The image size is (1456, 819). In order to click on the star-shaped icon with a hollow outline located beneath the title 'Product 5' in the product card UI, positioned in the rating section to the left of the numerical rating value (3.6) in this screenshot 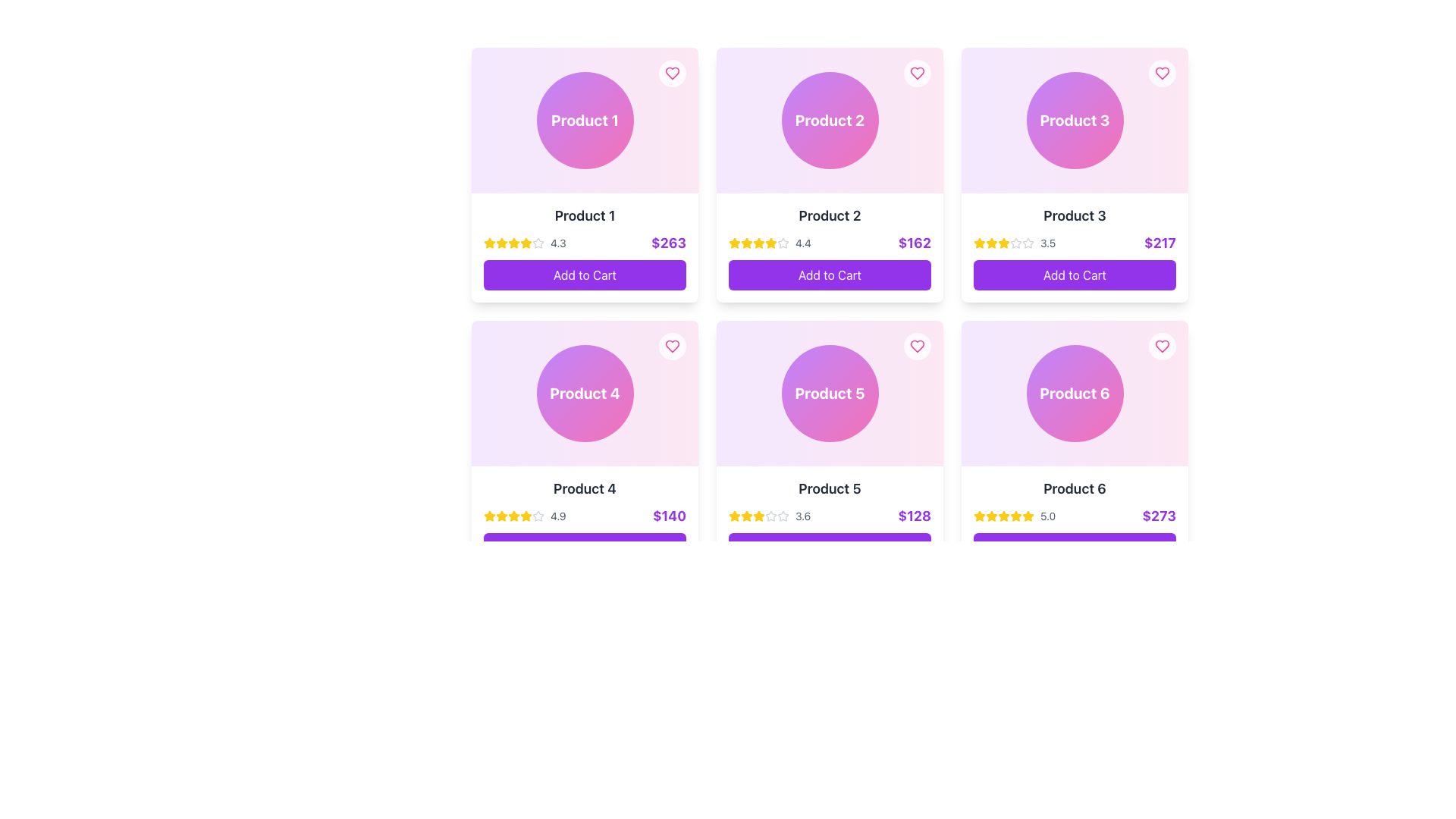, I will do `click(783, 515)`.